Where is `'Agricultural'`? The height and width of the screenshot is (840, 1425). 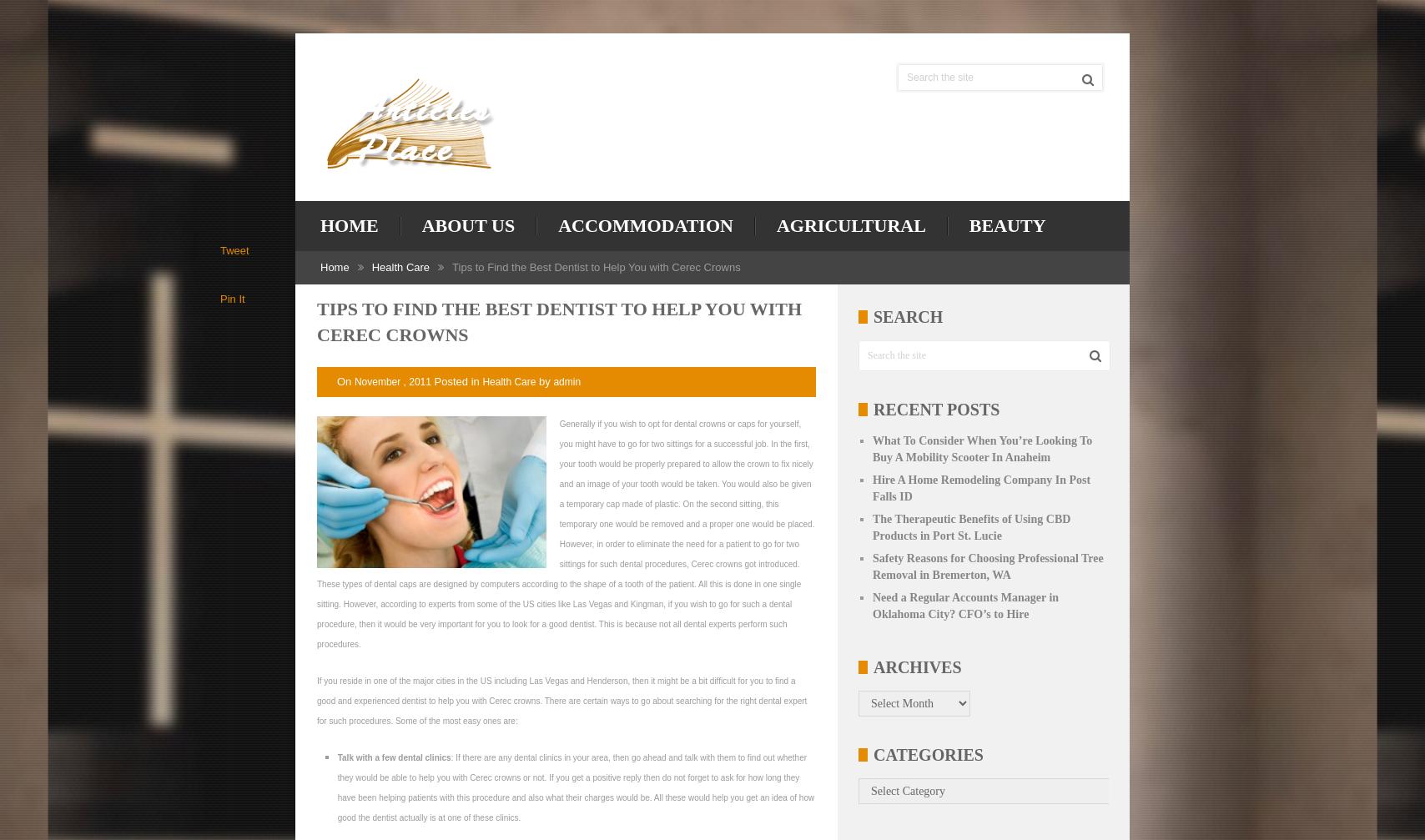 'Agricultural' is located at coordinates (850, 225).